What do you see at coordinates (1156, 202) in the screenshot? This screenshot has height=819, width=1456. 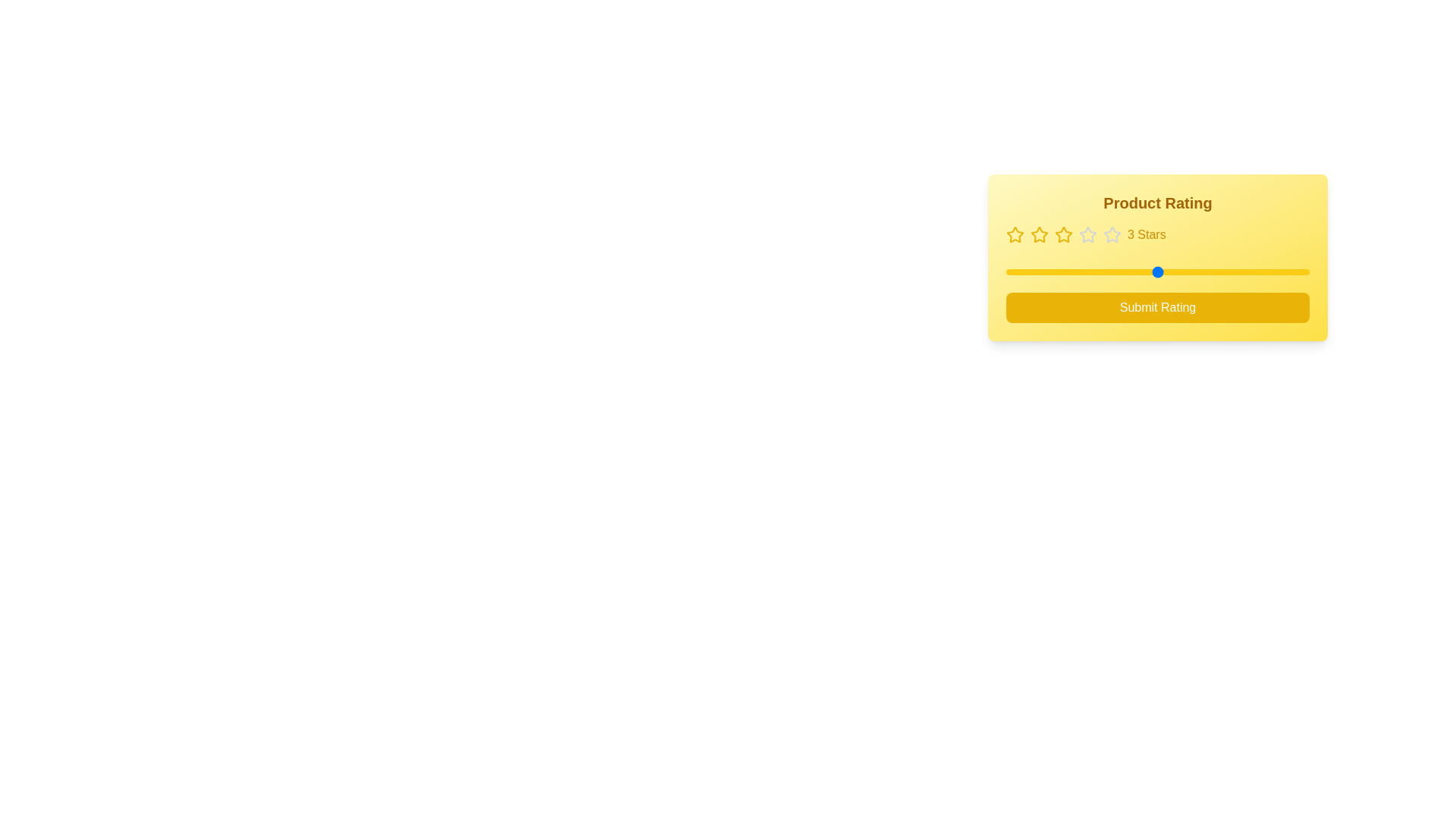 I see `the bold text labeled 'Product Rating', which is styled with a large font size and yellow color, located at the top of a rating card` at bounding box center [1156, 202].